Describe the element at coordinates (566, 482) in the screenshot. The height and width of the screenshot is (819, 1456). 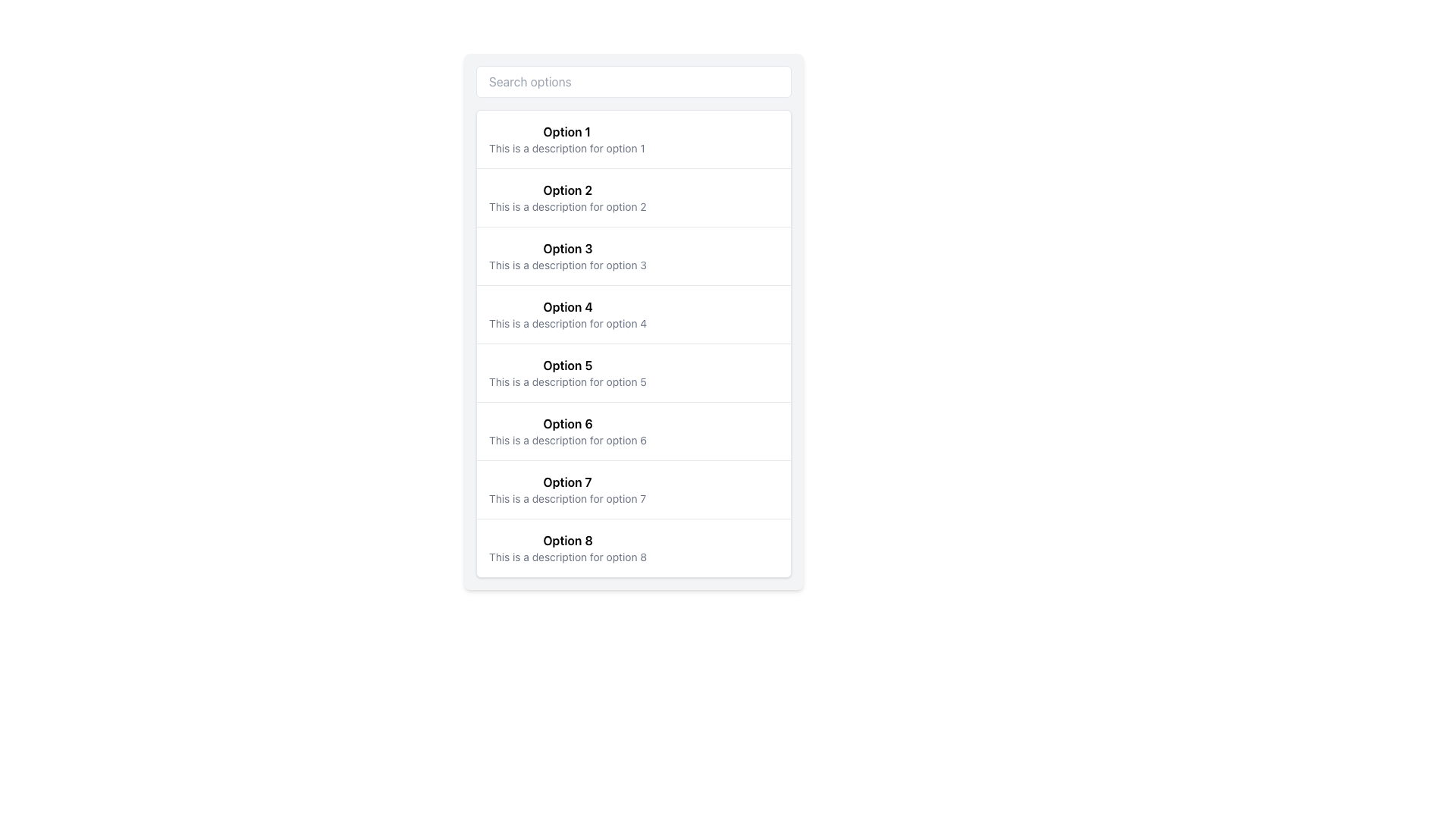
I see `the text label displaying 'Option 7', which is styled in bold and black, distinguishing it from the description text below` at that location.